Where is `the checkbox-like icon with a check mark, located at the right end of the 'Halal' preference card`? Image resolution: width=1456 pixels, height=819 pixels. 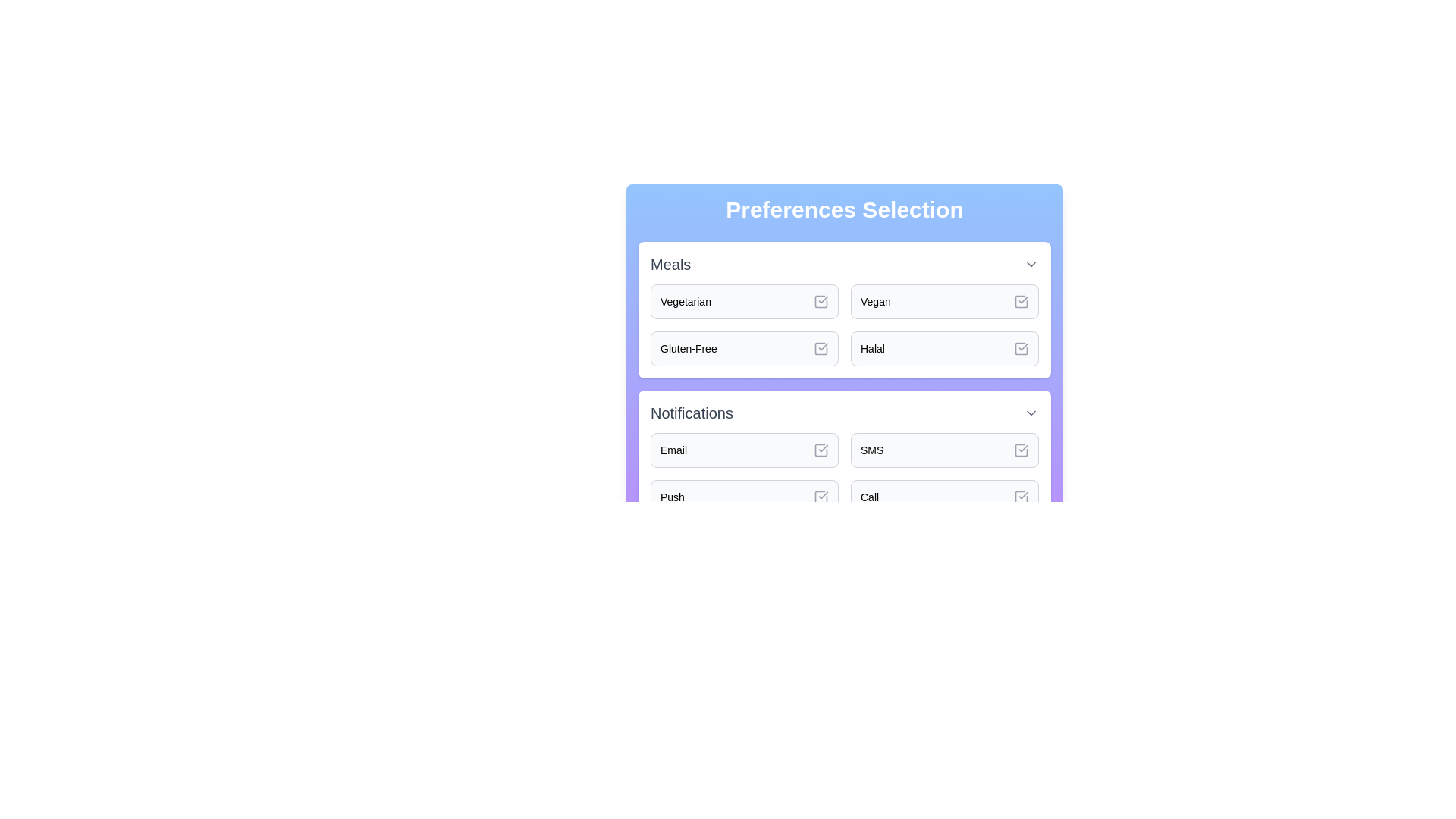
the checkbox-like icon with a check mark, located at the right end of the 'Halal' preference card is located at coordinates (1021, 348).